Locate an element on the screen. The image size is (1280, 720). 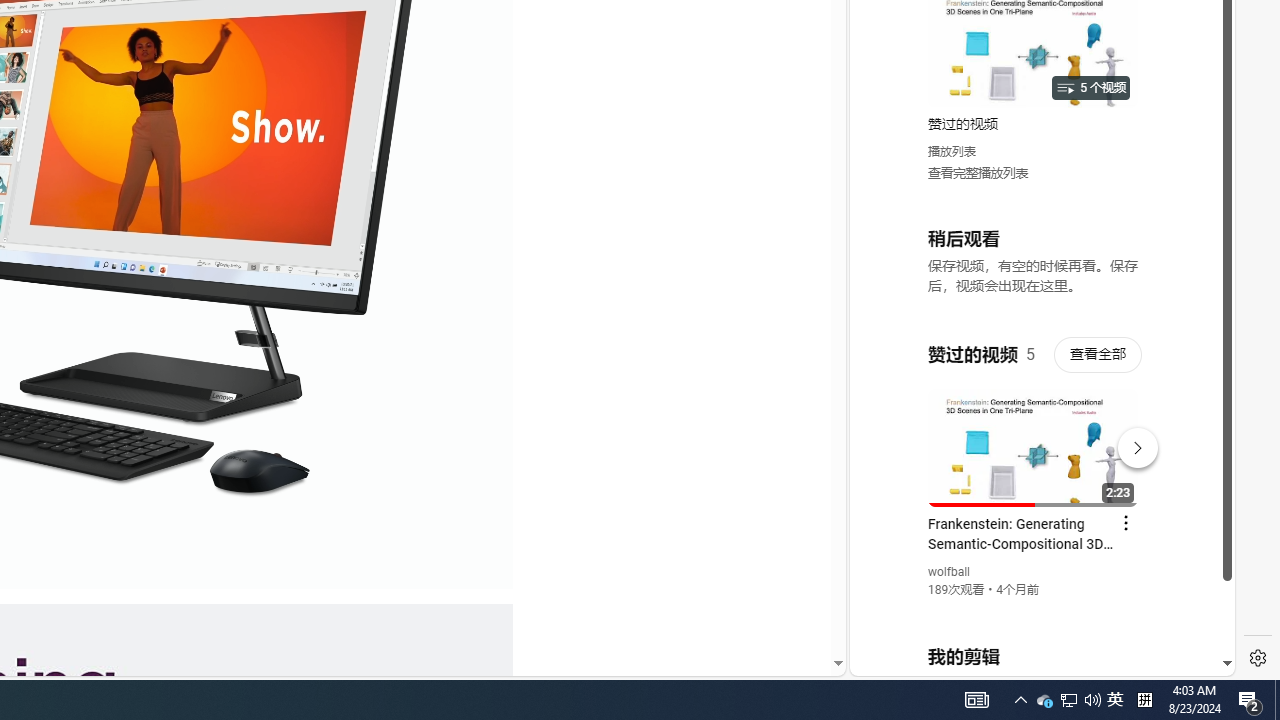
'wolfball' is located at coordinates (948, 572).